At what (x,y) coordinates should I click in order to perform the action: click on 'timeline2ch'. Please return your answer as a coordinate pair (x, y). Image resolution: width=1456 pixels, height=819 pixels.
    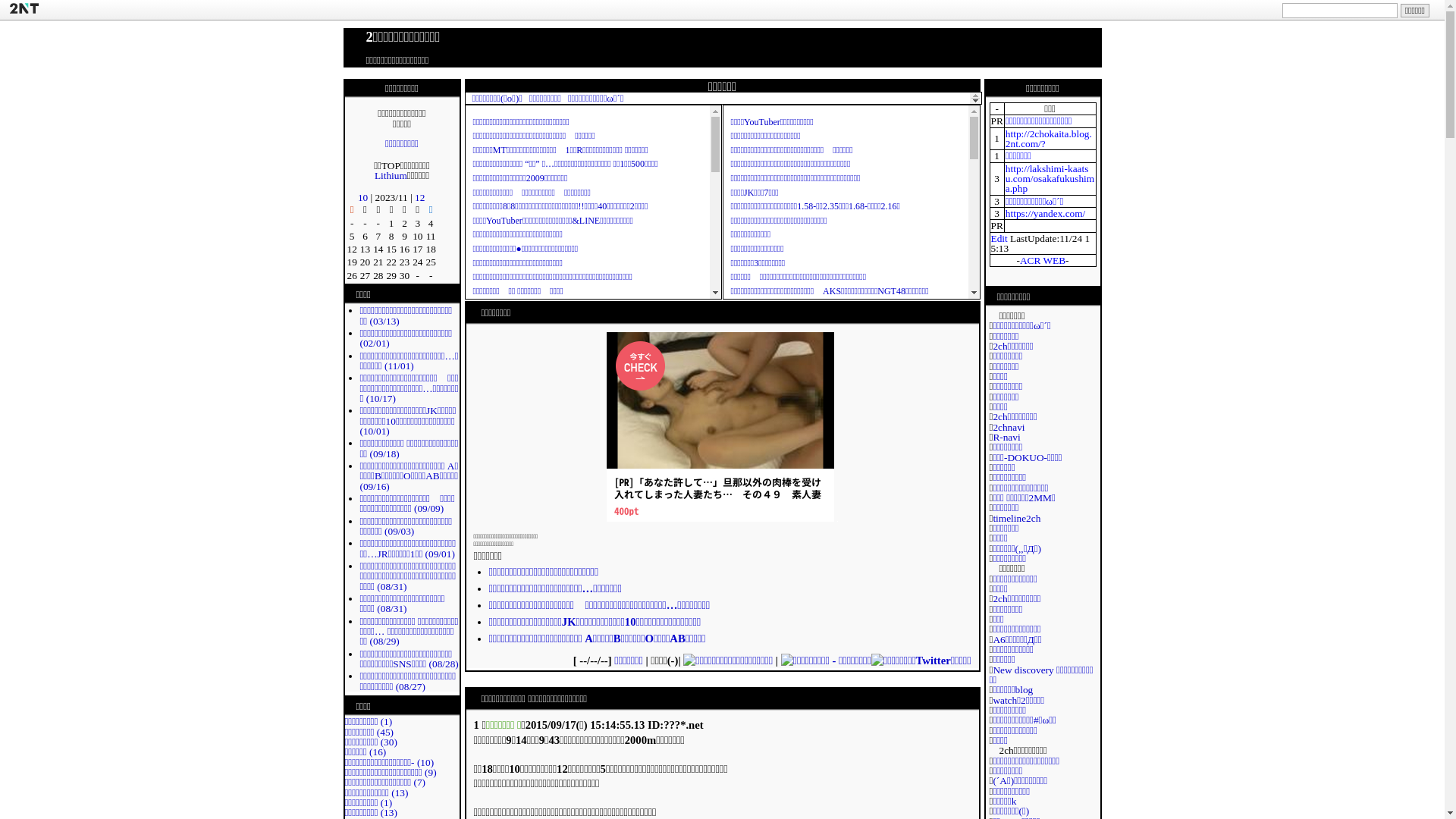
    Looking at the image, I should click on (1016, 517).